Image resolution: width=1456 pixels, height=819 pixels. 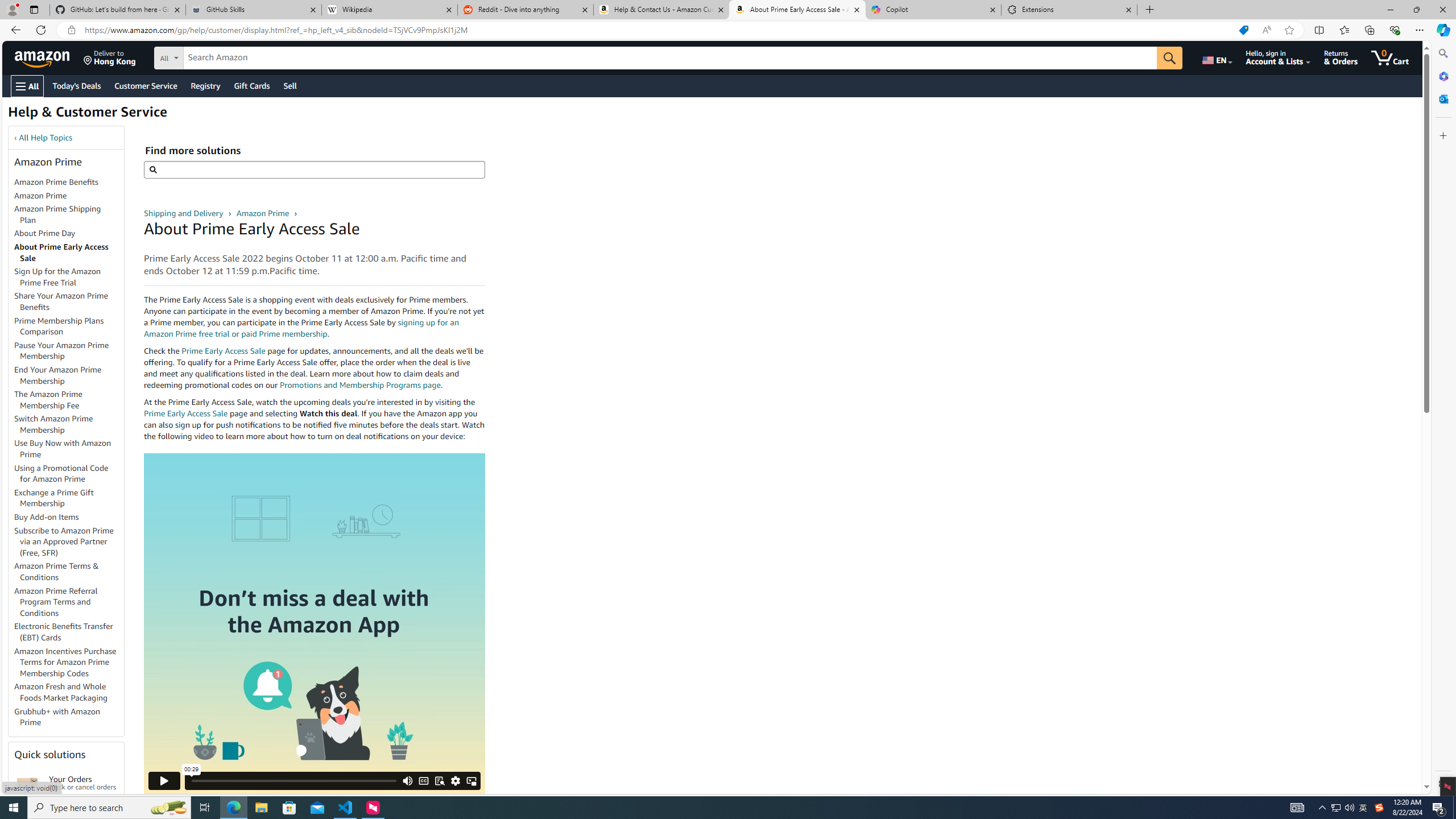 What do you see at coordinates (76, 85) in the screenshot?
I see `'Today'` at bounding box center [76, 85].